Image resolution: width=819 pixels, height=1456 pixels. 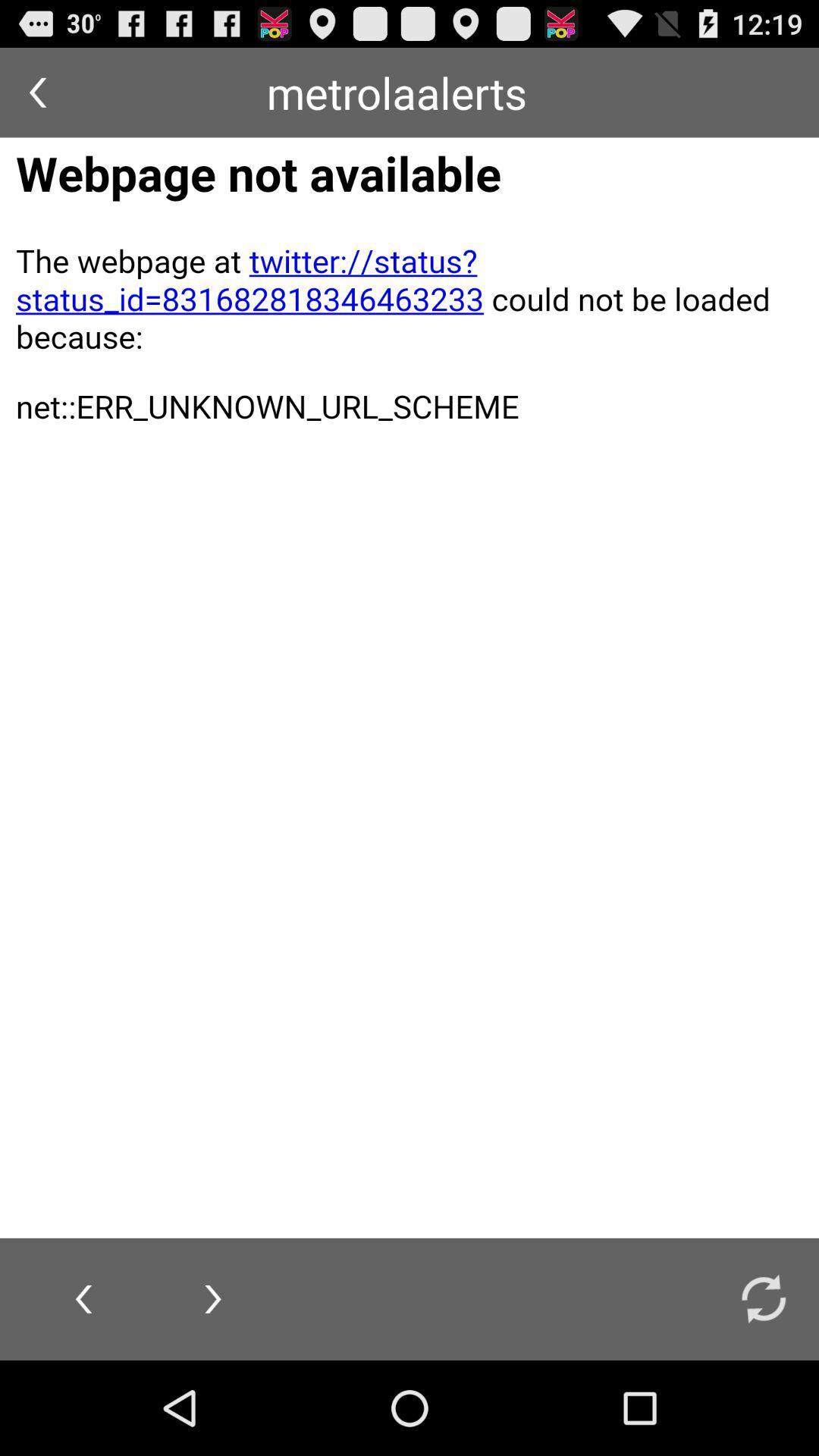 I want to click on the arrow_backward icon, so click(x=36, y=98).